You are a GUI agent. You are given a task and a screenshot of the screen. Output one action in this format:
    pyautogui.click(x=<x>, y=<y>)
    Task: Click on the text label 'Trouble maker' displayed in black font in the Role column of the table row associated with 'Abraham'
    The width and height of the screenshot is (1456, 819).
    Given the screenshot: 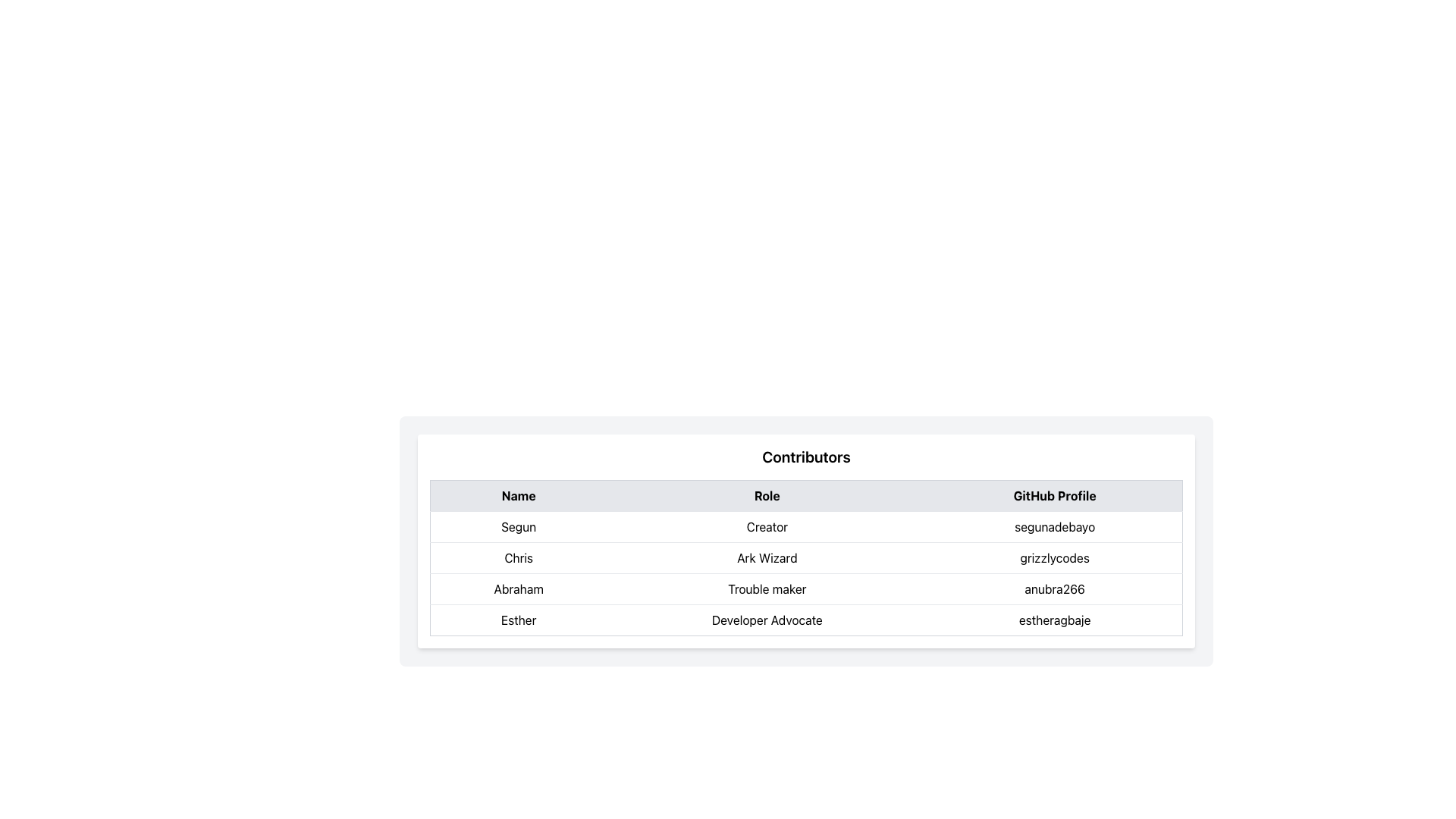 What is the action you would take?
    pyautogui.click(x=767, y=588)
    